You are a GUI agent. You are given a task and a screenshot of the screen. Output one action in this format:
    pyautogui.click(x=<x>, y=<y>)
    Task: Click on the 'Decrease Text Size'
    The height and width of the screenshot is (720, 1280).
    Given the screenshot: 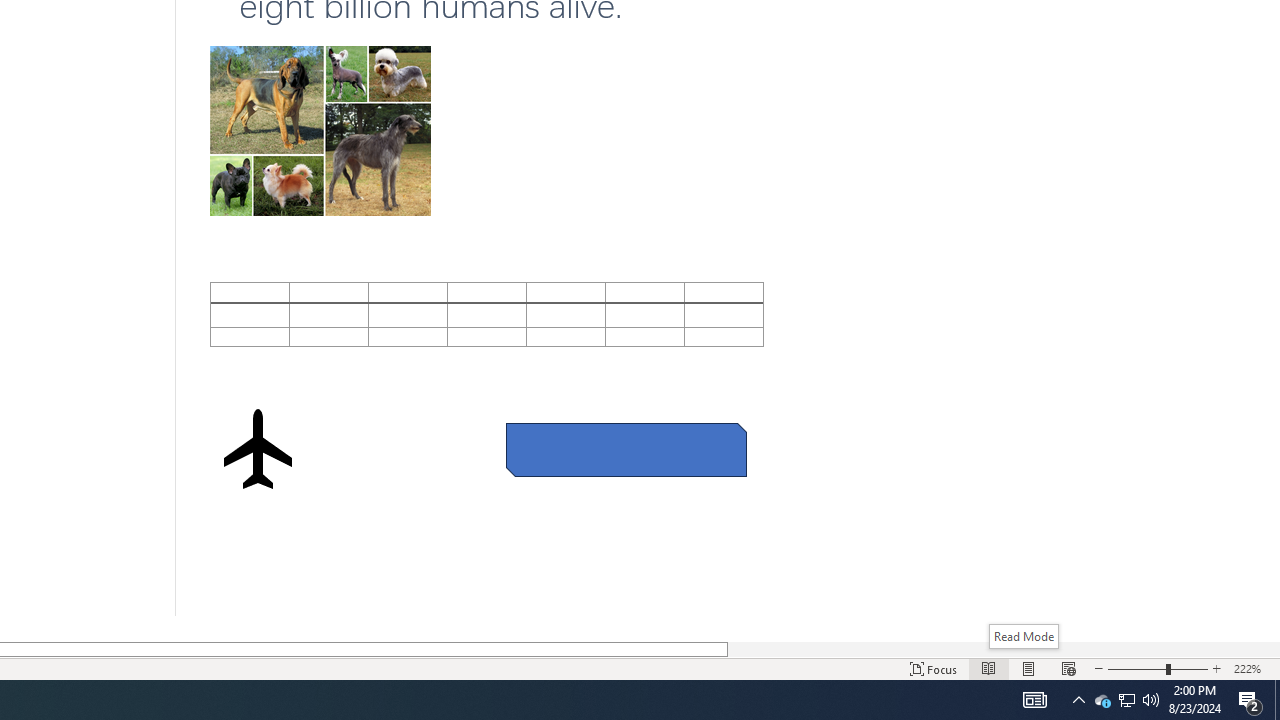 What is the action you would take?
    pyautogui.click(x=1098, y=669)
    